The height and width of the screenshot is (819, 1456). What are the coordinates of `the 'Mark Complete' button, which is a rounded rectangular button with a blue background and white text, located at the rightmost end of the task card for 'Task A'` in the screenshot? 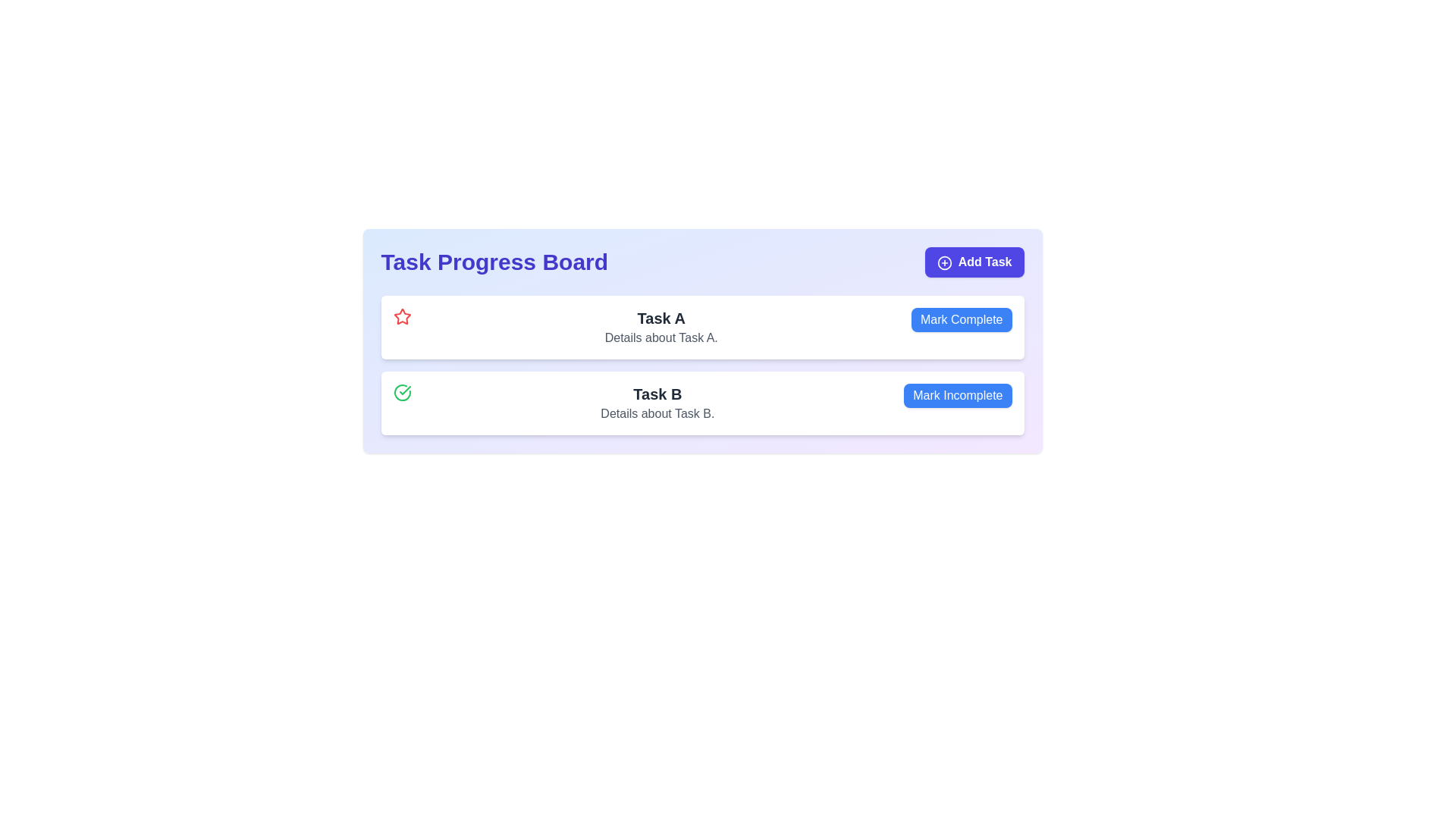 It's located at (961, 318).